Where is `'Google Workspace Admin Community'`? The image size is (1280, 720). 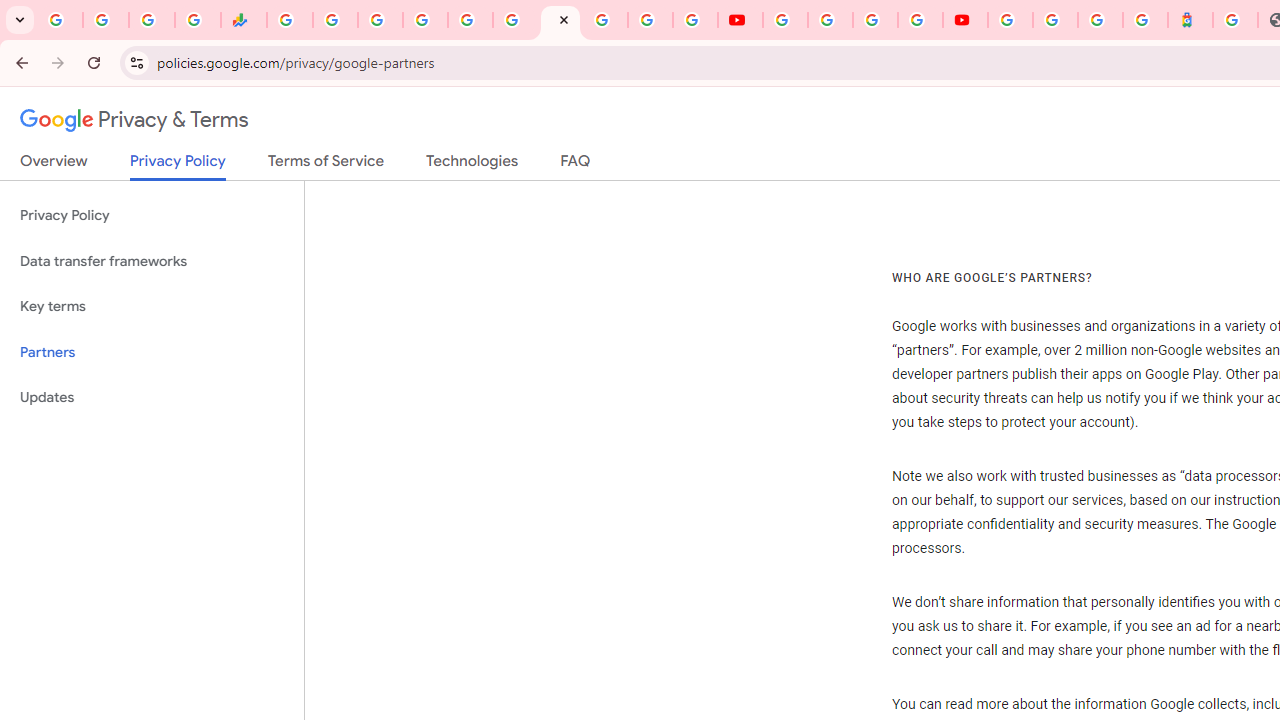 'Google Workspace Admin Community' is located at coordinates (60, 20).